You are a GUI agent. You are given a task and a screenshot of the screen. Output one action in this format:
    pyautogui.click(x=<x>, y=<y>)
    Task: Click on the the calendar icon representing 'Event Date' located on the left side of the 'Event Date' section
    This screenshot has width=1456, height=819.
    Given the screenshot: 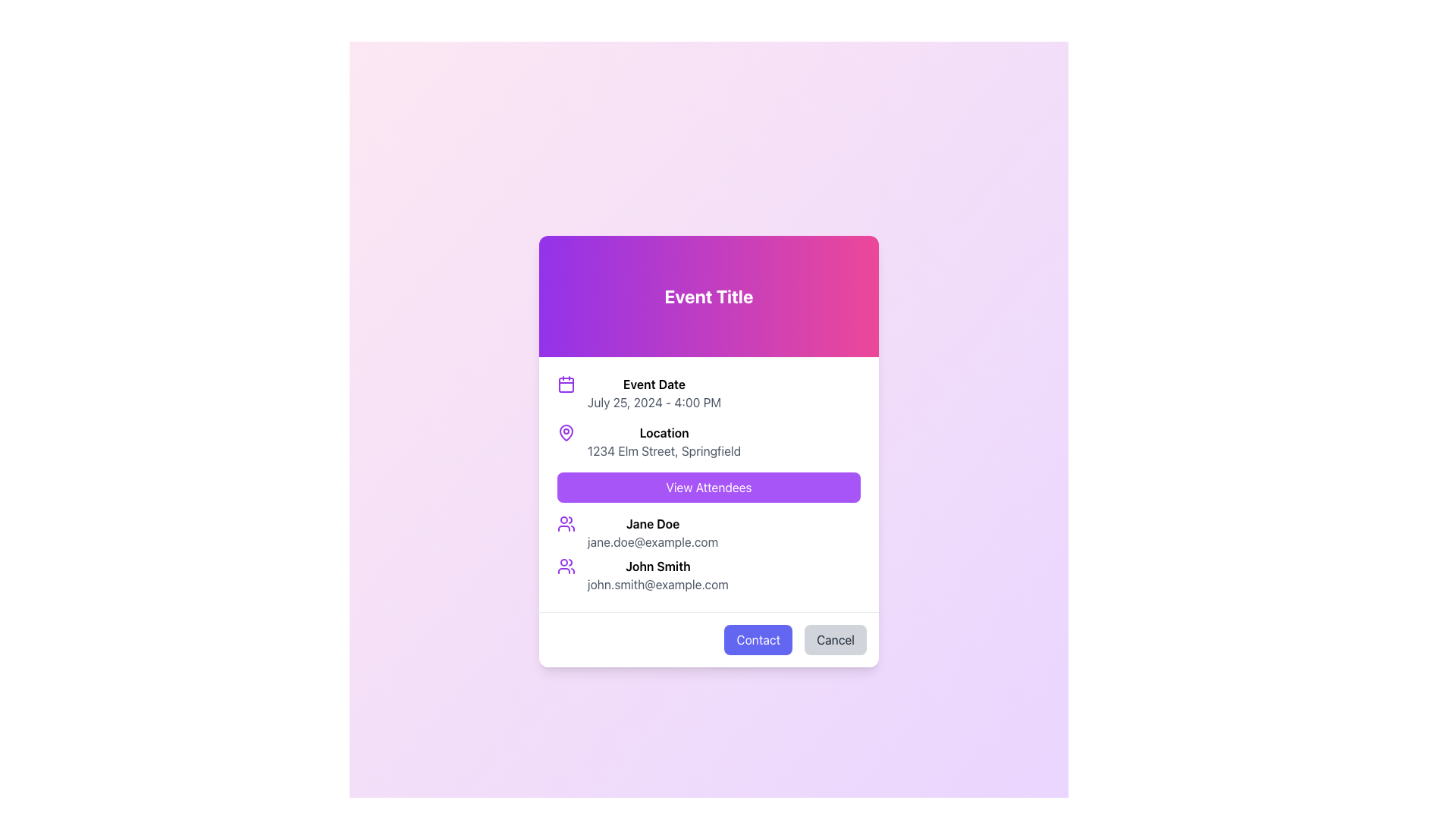 What is the action you would take?
    pyautogui.click(x=566, y=383)
    